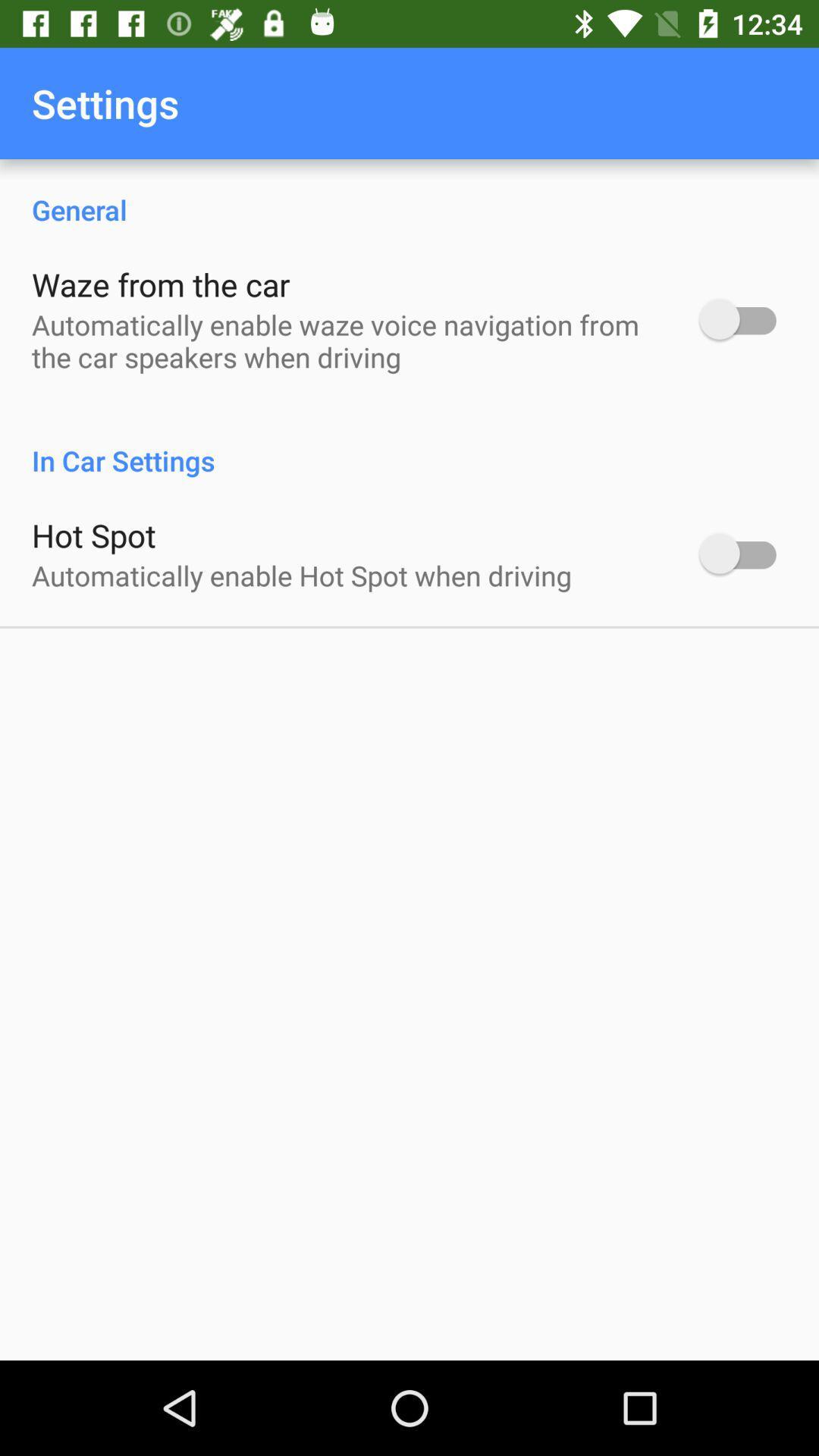 The image size is (819, 1456). What do you see at coordinates (409, 193) in the screenshot?
I see `general` at bounding box center [409, 193].